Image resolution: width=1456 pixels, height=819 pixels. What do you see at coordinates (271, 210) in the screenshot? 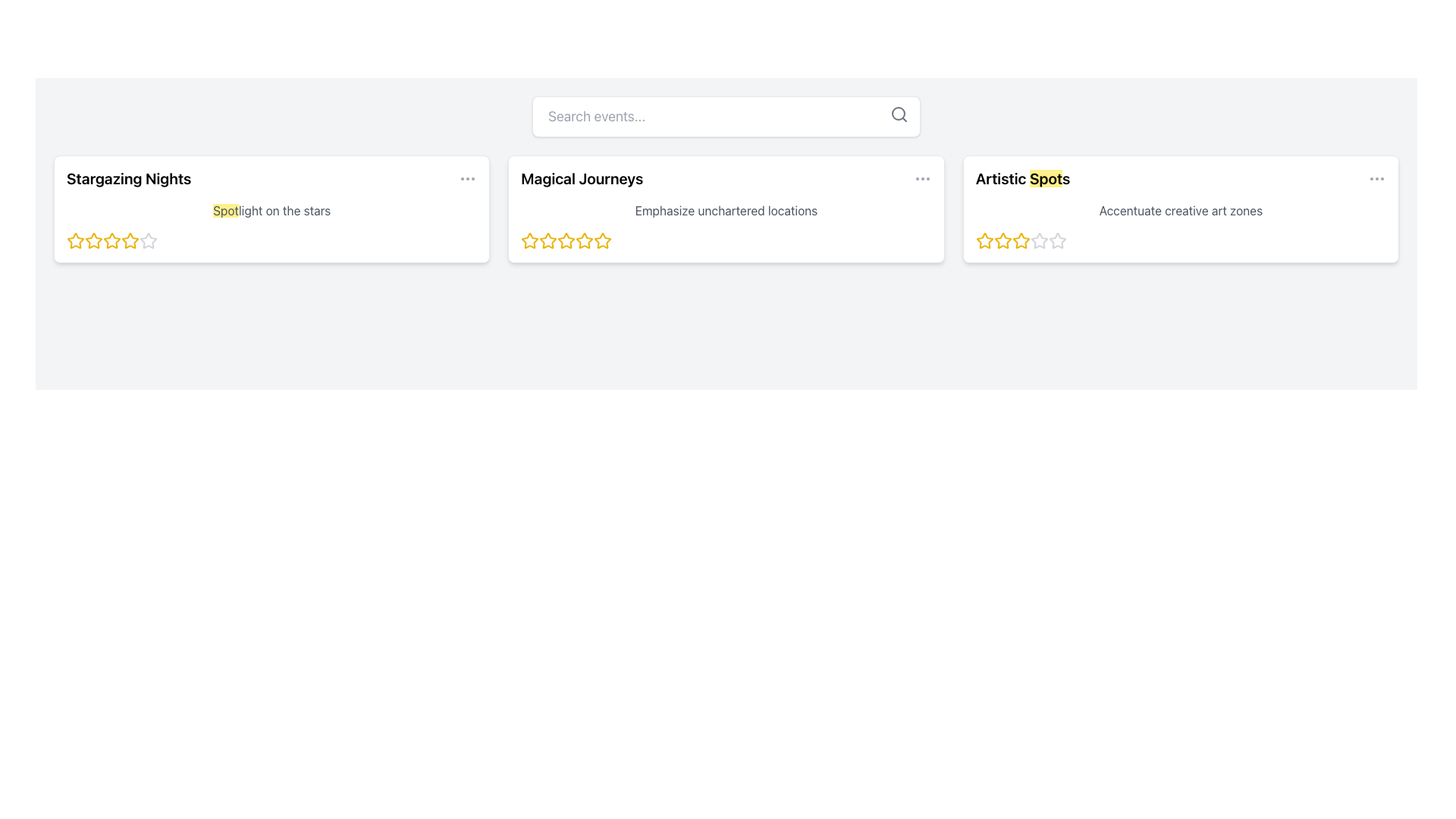
I see `the text segment displaying 'Spotlight on the stars', which has 'Spot' highlighted in yellow and is positioned below the title 'Stargazing Nights'` at bounding box center [271, 210].